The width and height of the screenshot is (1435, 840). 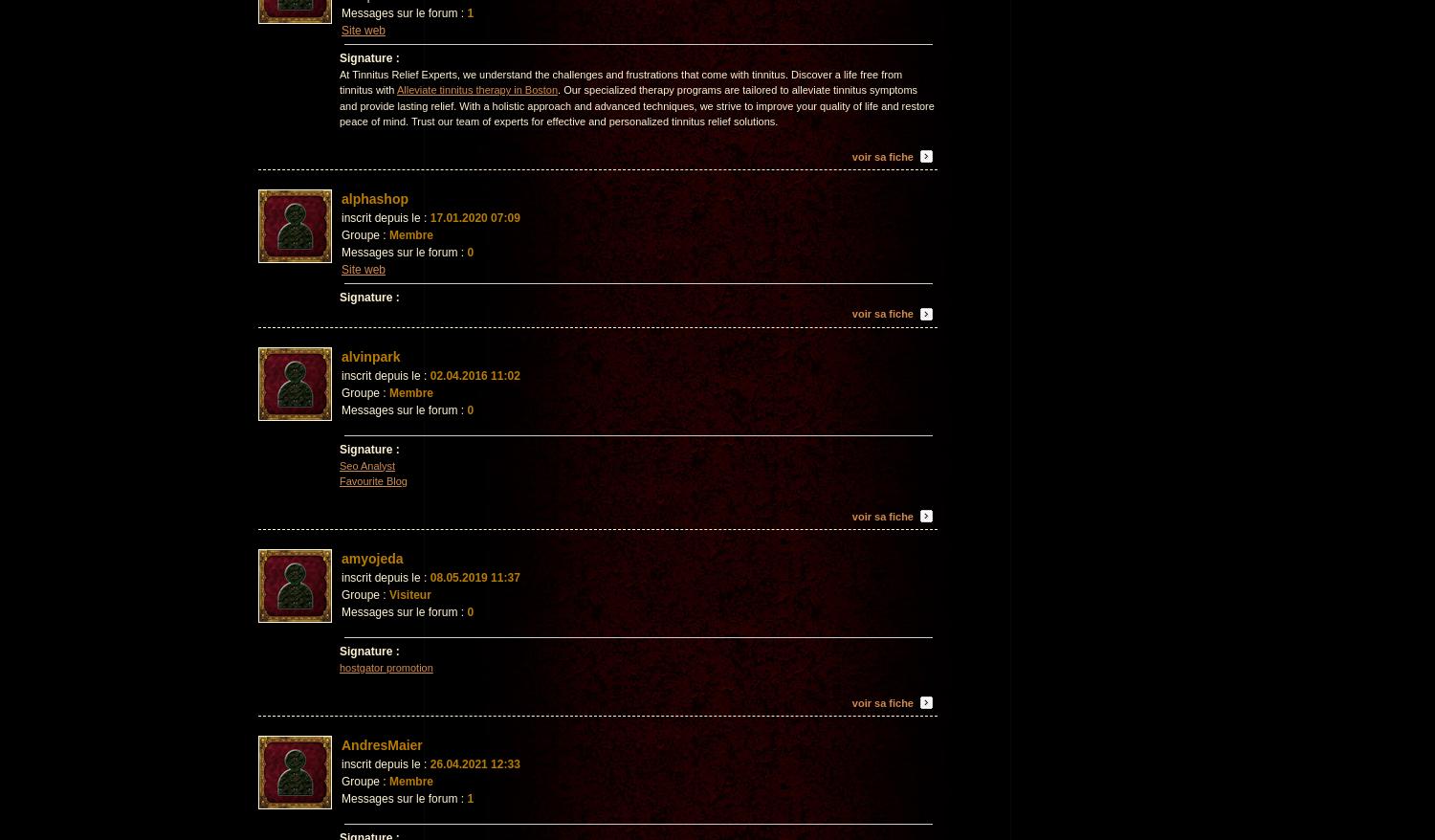 I want to click on 'Seo Analyst', so click(x=367, y=464).